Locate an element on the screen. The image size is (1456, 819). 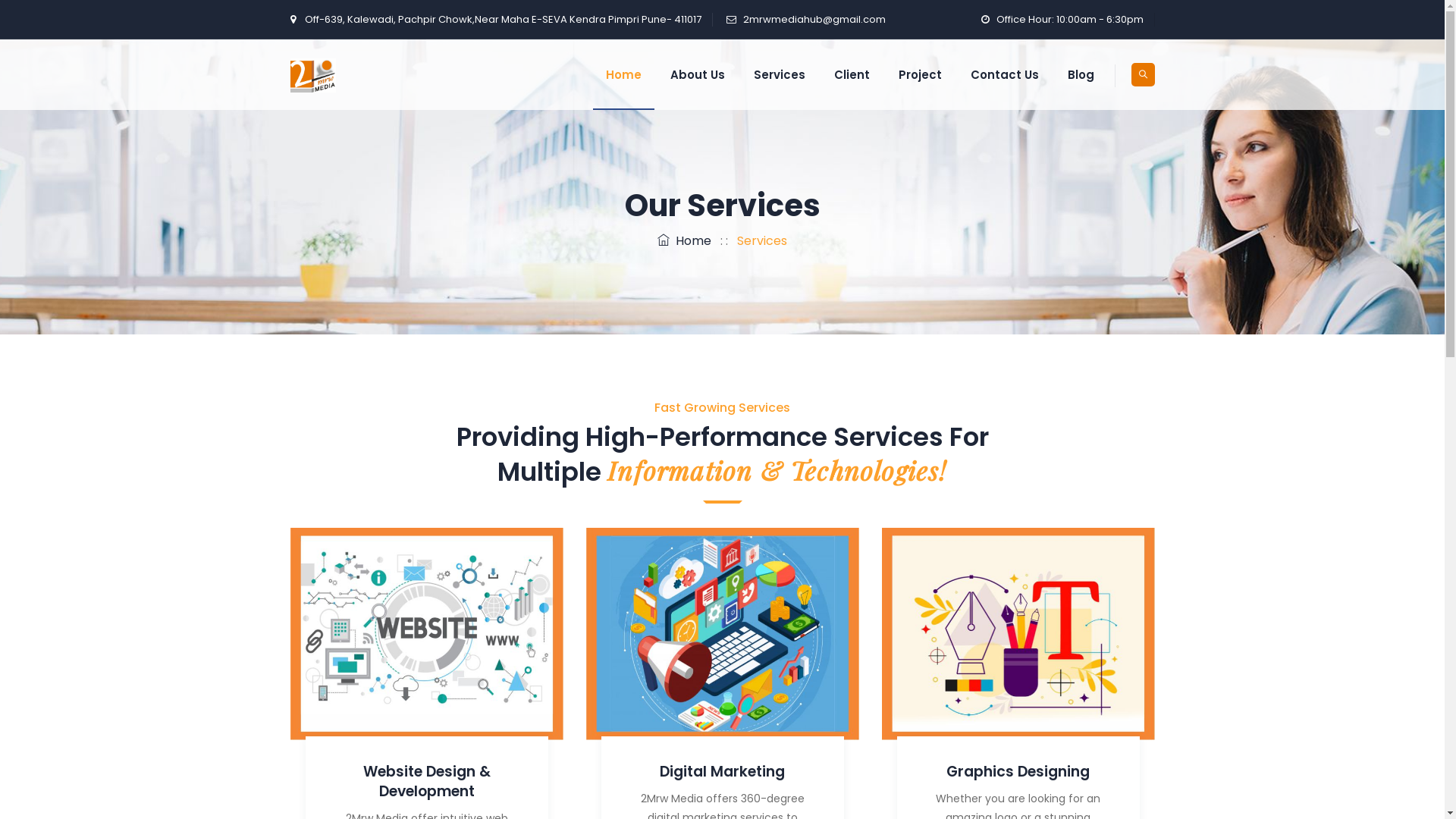
'Blog' is located at coordinates (1053, 74).